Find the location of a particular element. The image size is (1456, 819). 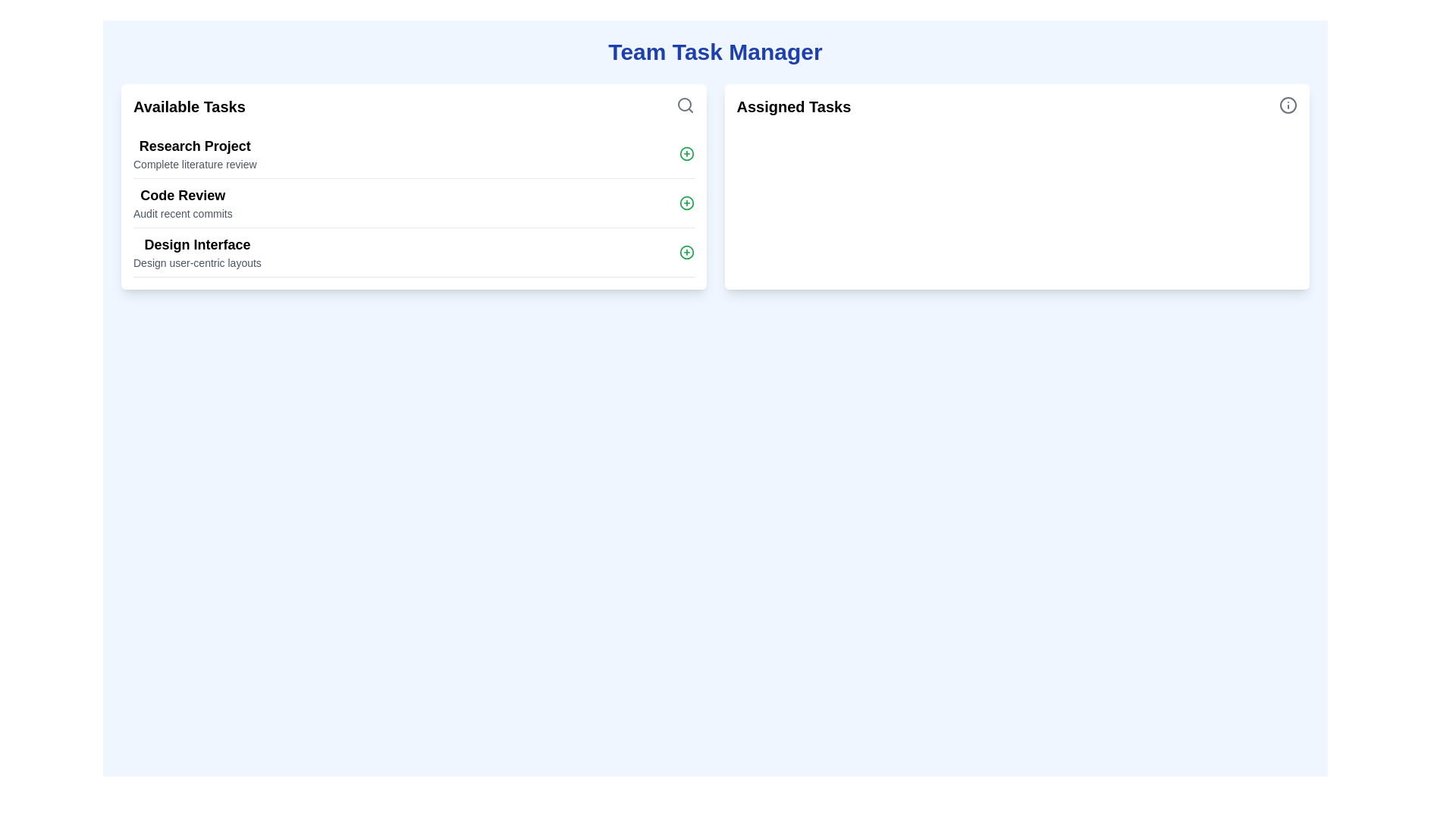

the Text Label that serves as the title for a specific task within the 'Available Tasks' section, positioned between 'Research Project' and 'Audit recent commits' is located at coordinates (182, 195).